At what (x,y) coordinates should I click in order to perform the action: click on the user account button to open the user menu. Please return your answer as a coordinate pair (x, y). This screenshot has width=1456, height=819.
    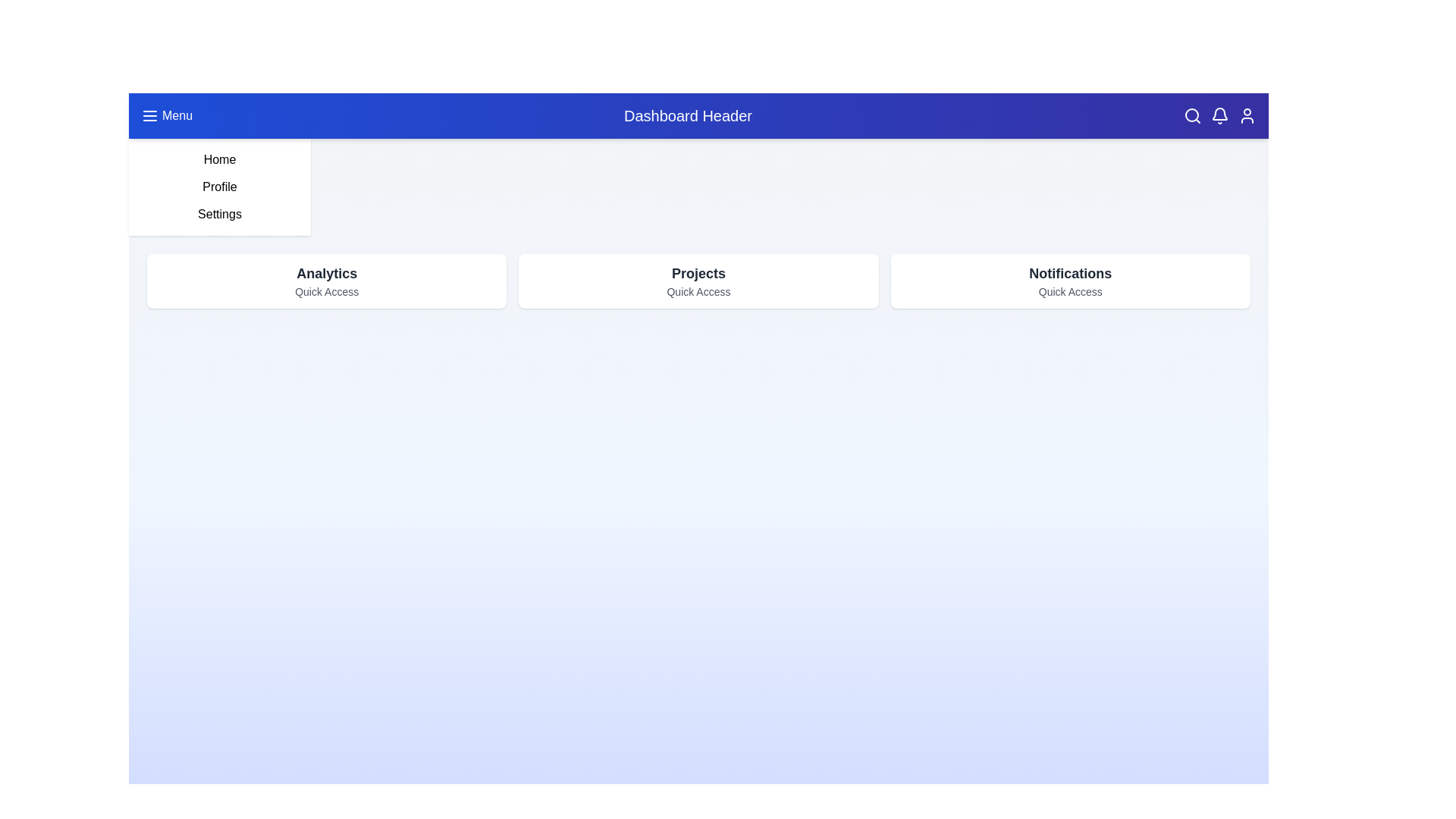
    Looking at the image, I should click on (1247, 115).